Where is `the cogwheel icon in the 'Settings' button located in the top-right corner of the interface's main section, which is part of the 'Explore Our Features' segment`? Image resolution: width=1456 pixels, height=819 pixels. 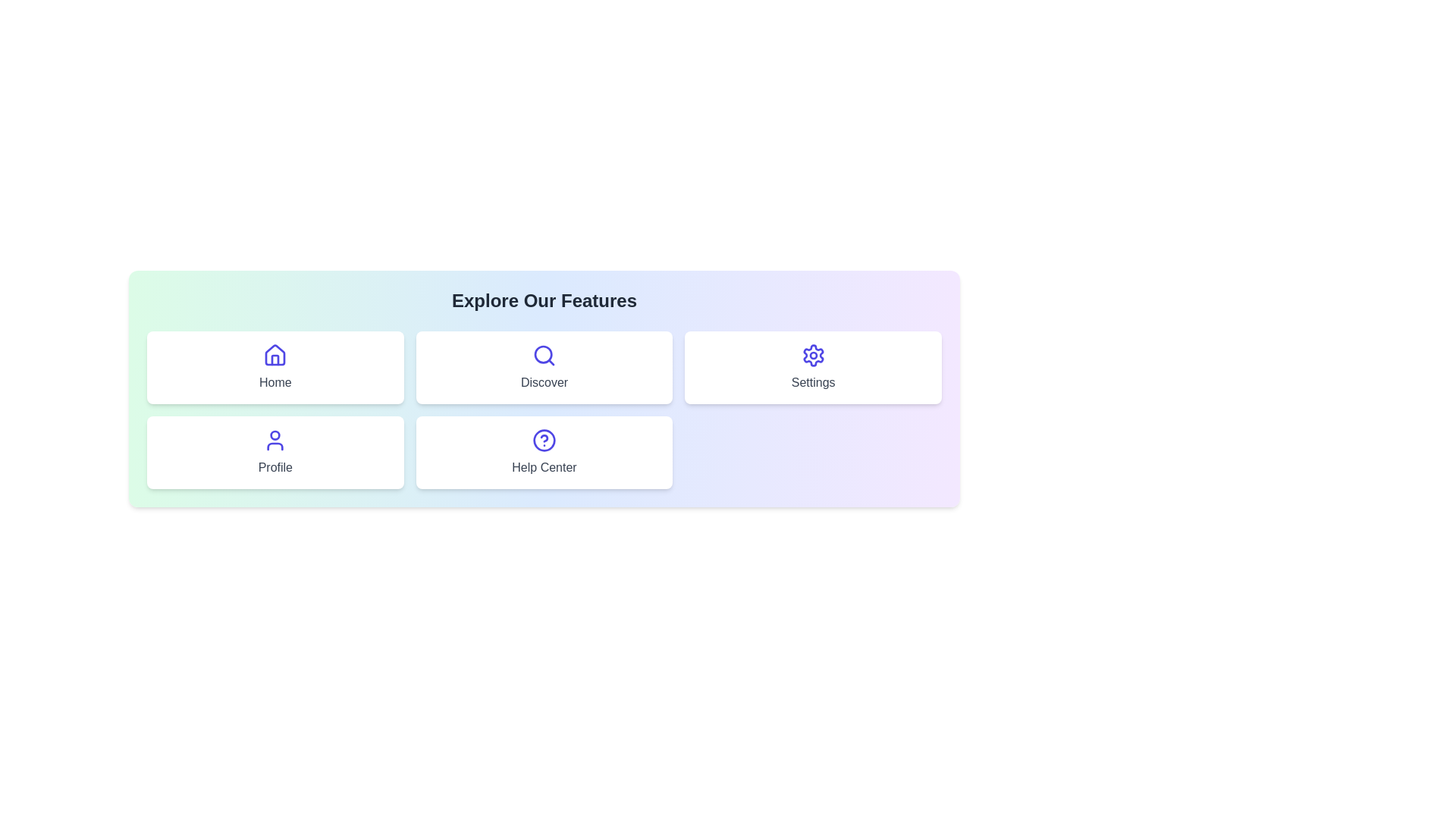 the cogwheel icon in the 'Settings' button located in the top-right corner of the interface's main section, which is part of the 'Explore Our Features' segment is located at coordinates (812, 356).